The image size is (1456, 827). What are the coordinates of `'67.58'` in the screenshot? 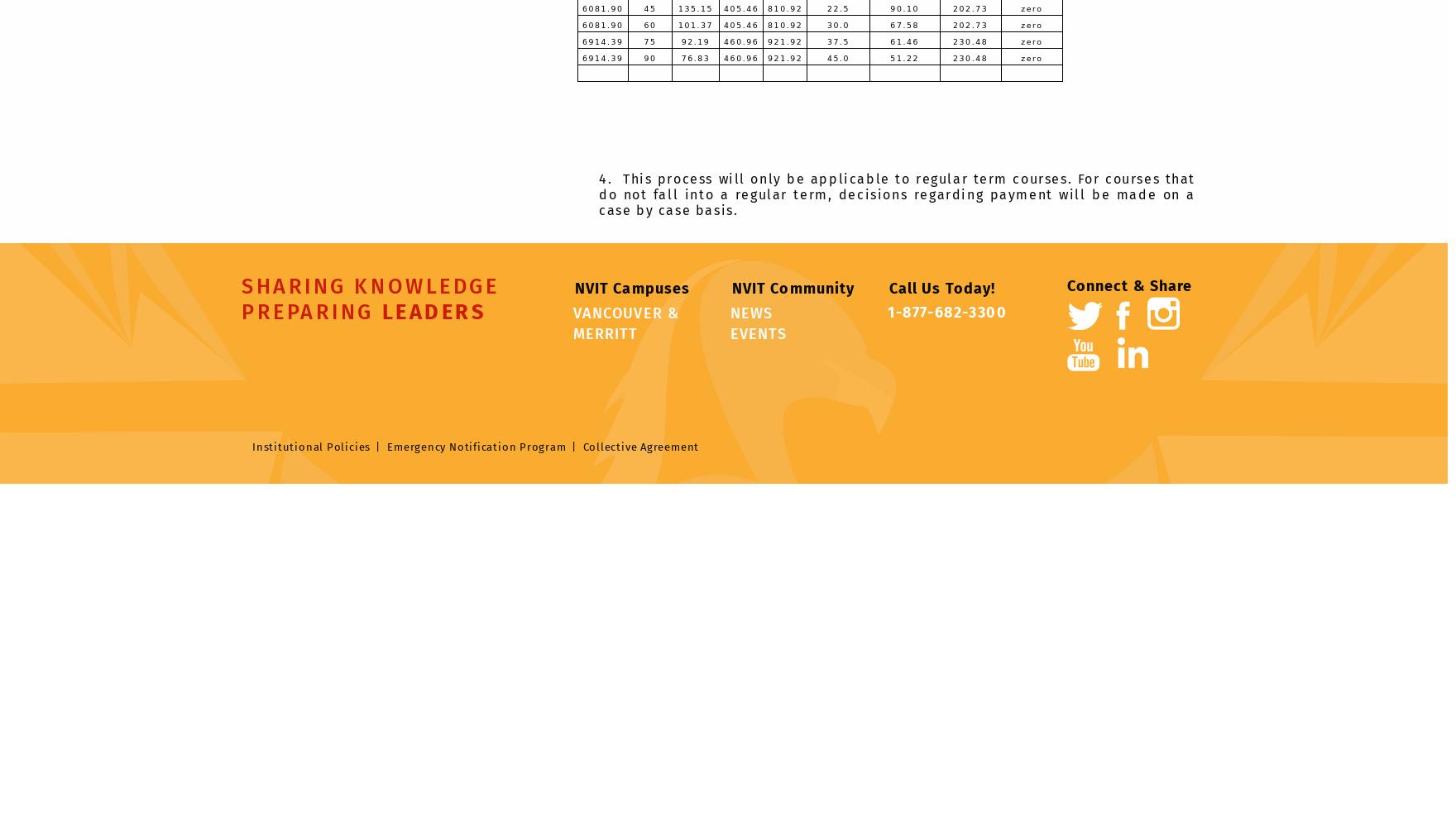 It's located at (904, 24).